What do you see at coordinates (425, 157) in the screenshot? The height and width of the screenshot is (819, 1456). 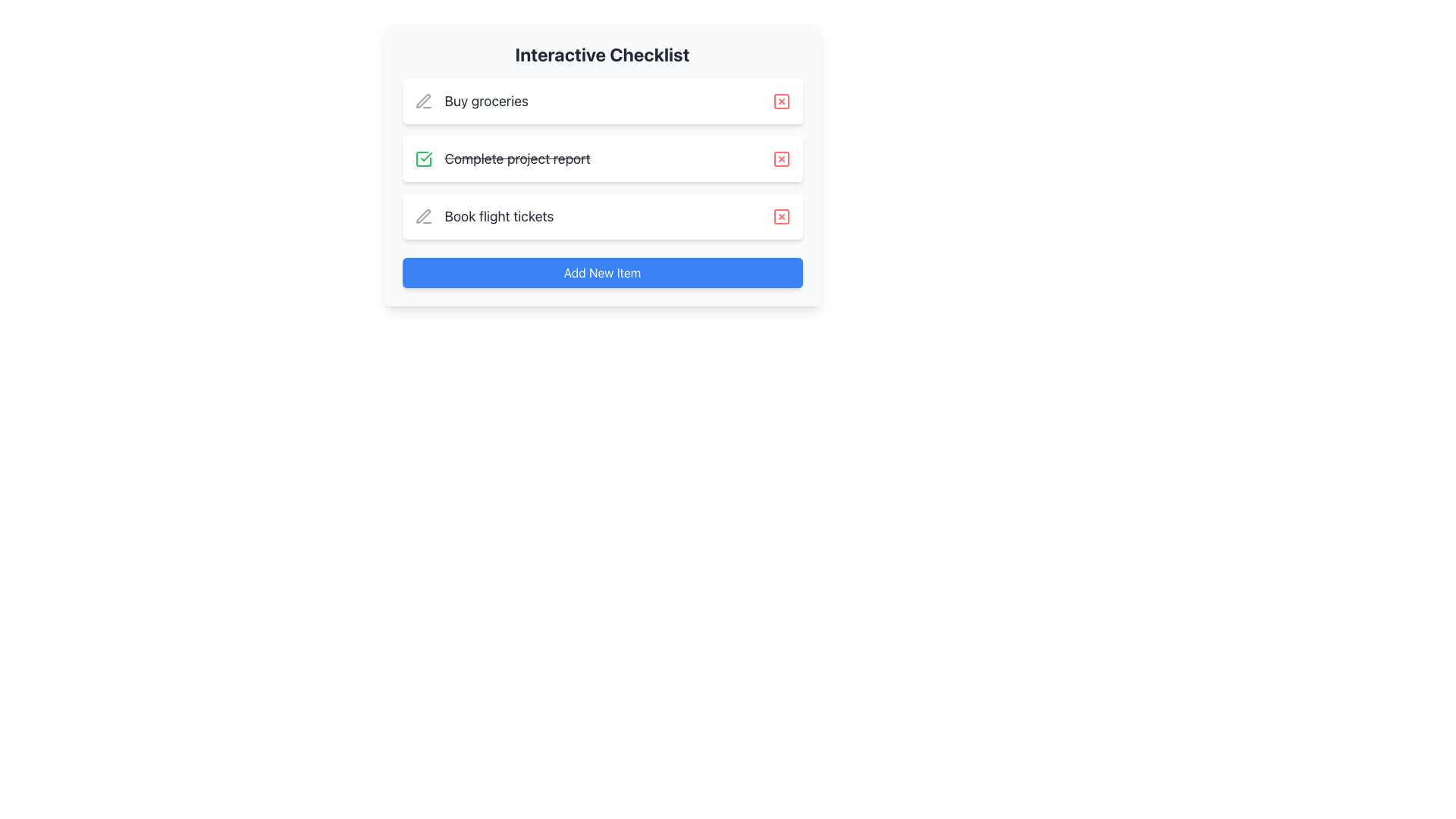 I see `the completion indicator icon located to the left of the text 'Complete project report' in the second row of the checklist` at bounding box center [425, 157].